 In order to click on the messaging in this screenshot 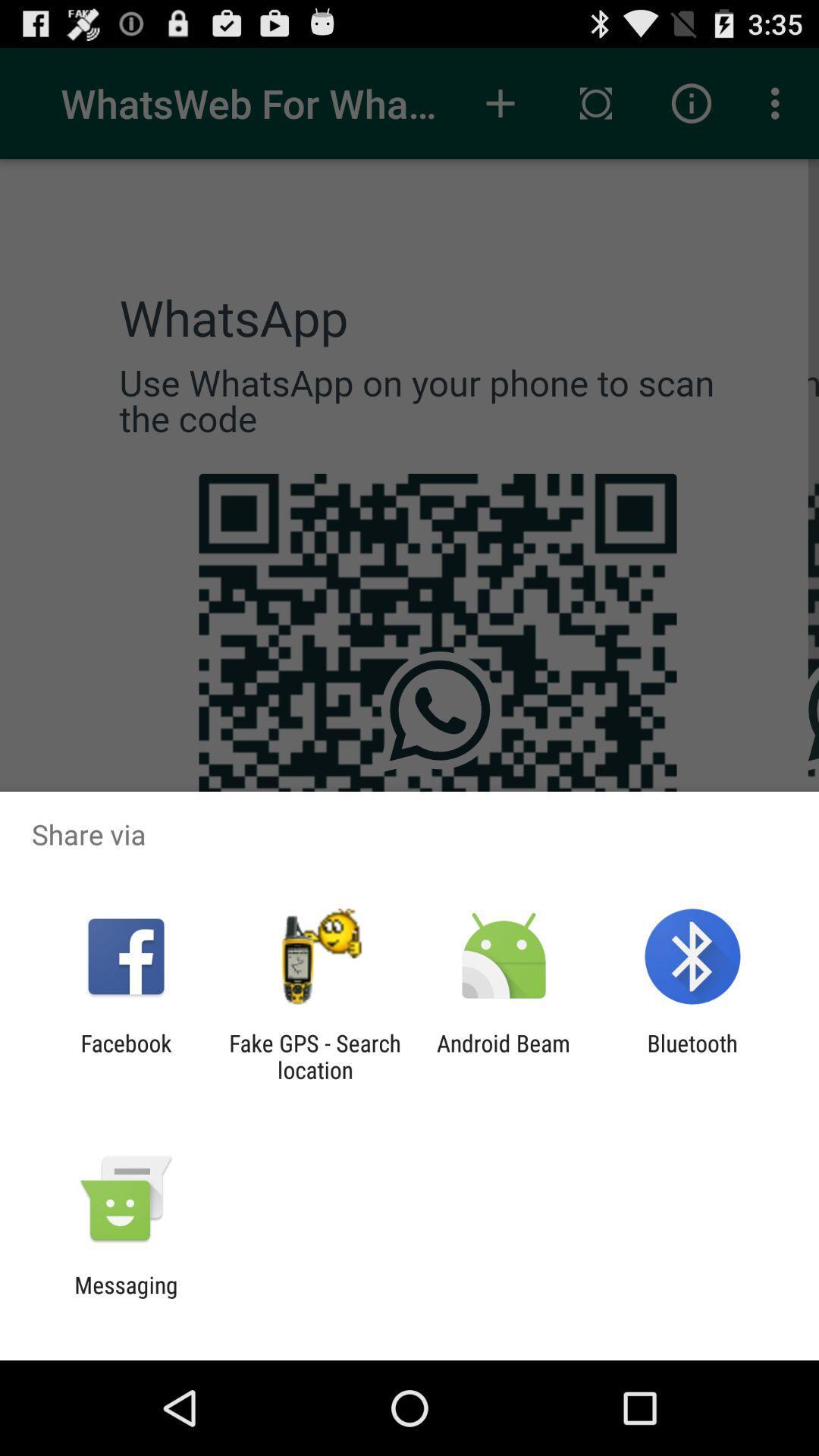, I will do `click(125, 1298)`.